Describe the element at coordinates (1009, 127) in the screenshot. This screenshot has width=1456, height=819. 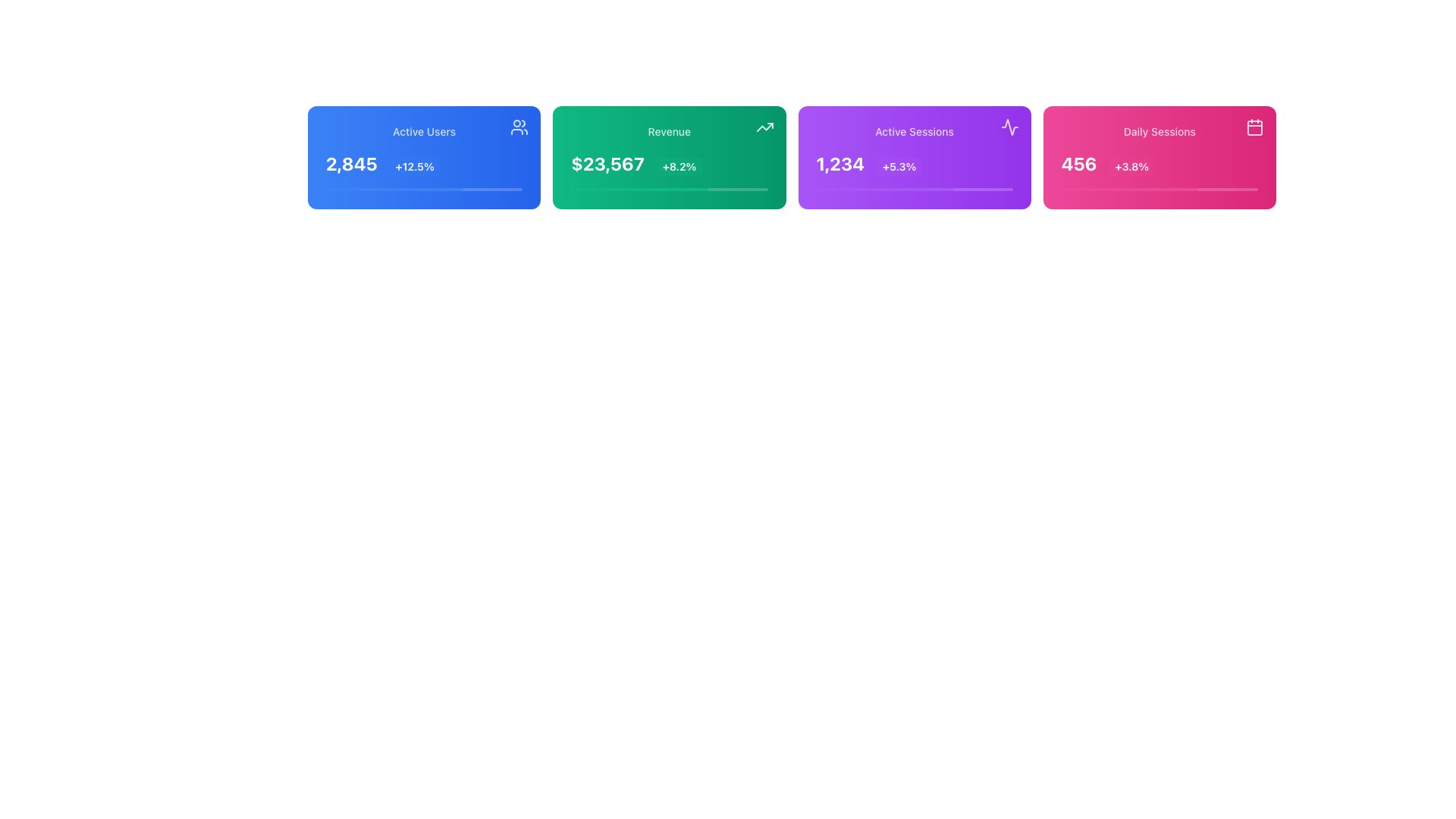
I see `the activity indicator icon located at the top-right corner of the 'Active Sessions' card` at that location.